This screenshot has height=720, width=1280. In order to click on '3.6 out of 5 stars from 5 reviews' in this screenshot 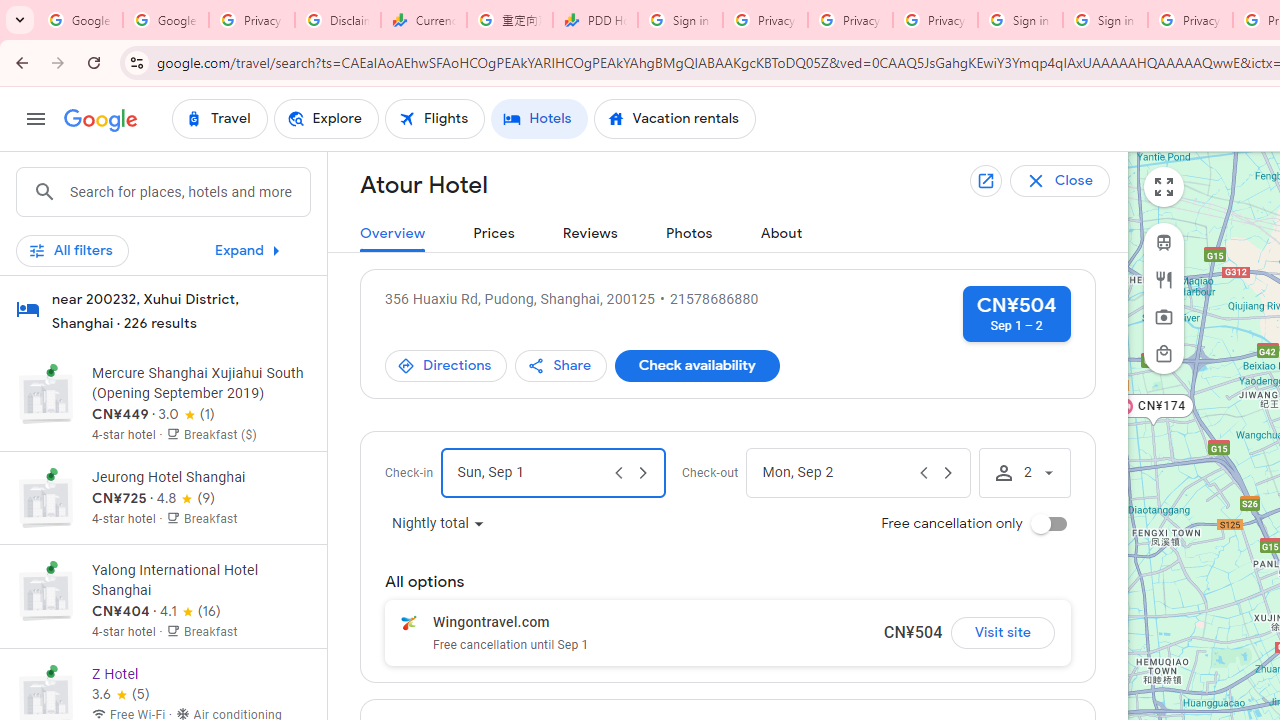, I will do `click(119, 693)`.